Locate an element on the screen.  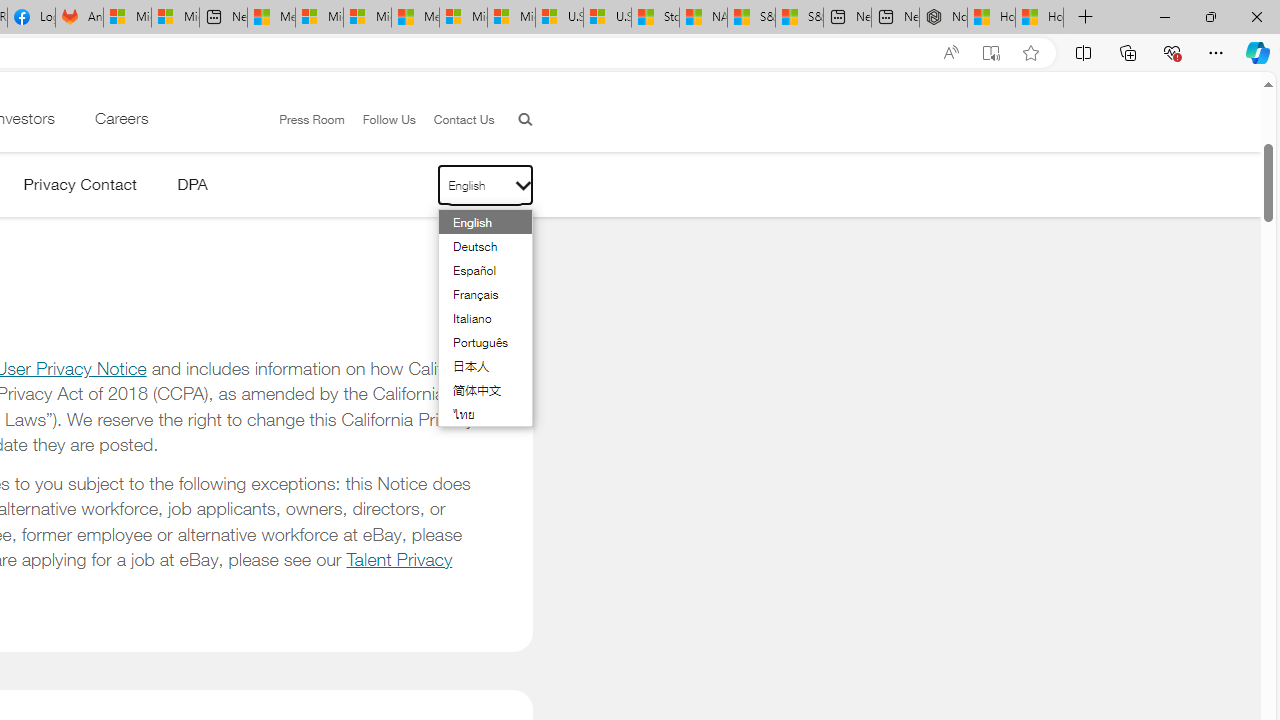
'English' is located at coordinates (473, 222).